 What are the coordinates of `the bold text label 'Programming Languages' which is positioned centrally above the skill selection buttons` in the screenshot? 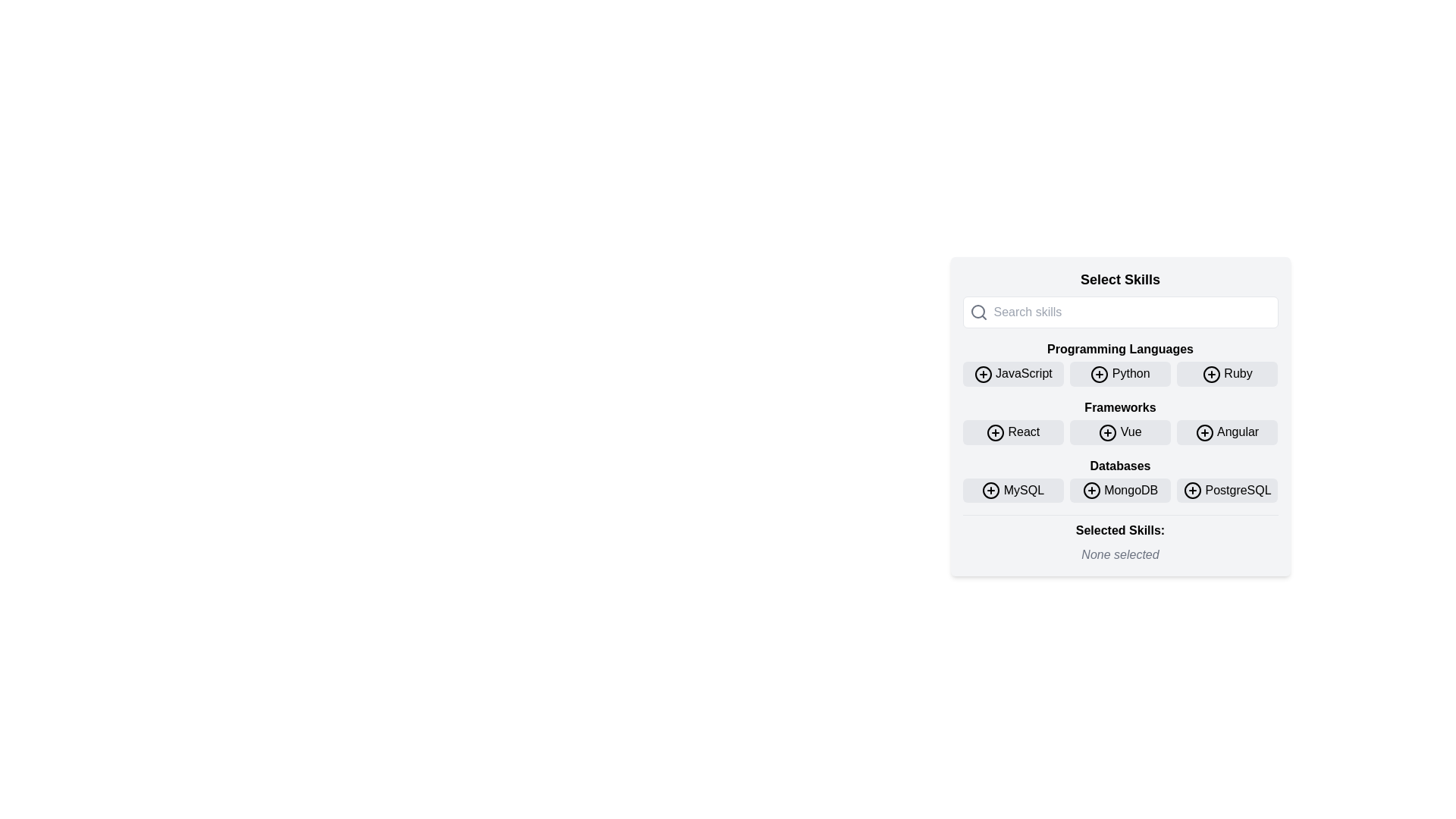 It's located at (1120, 350).